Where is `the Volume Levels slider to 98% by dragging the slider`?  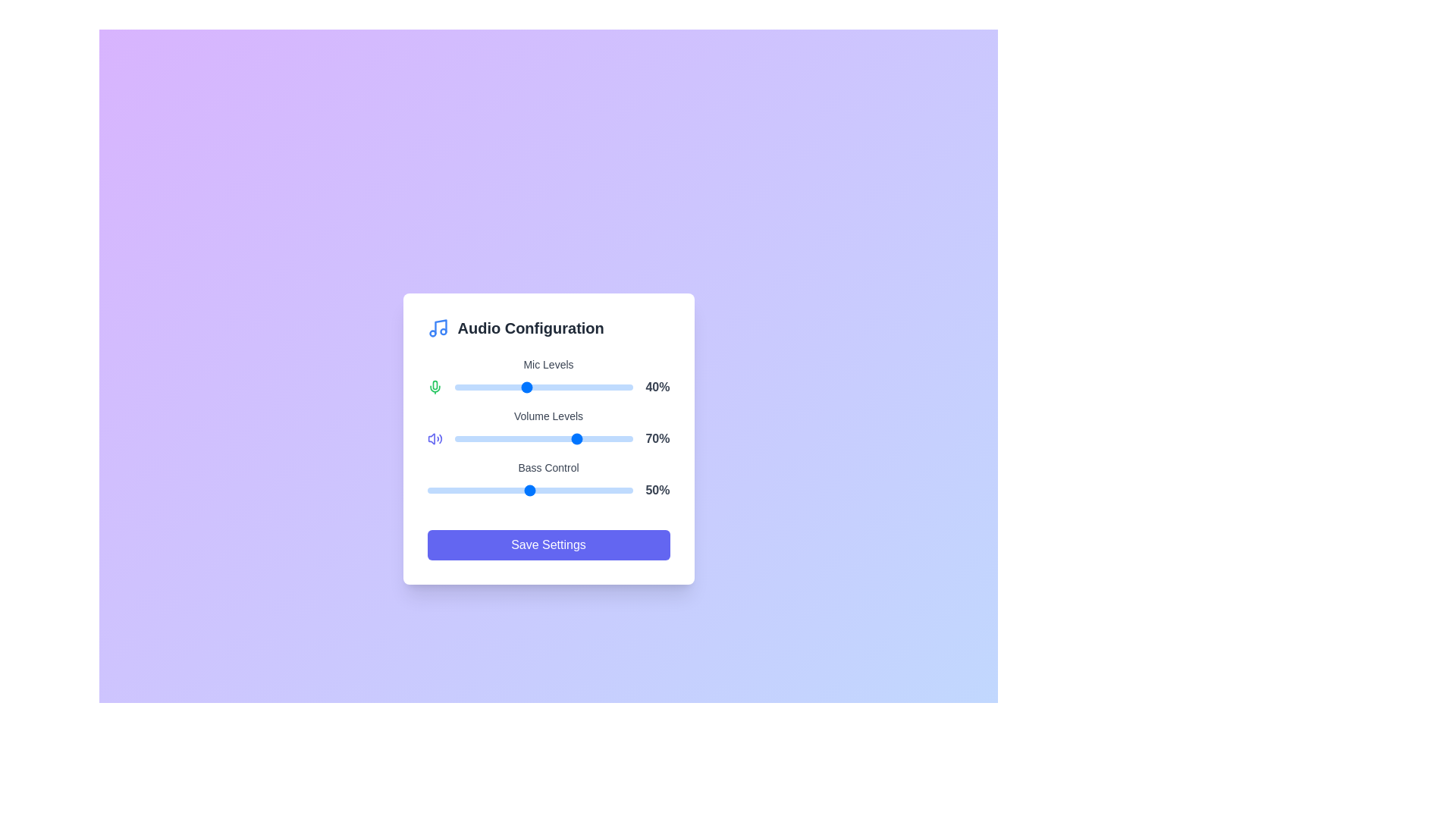
the Volume Levels slider to 98% by dragging the slider is located at coordinates (629, 438).